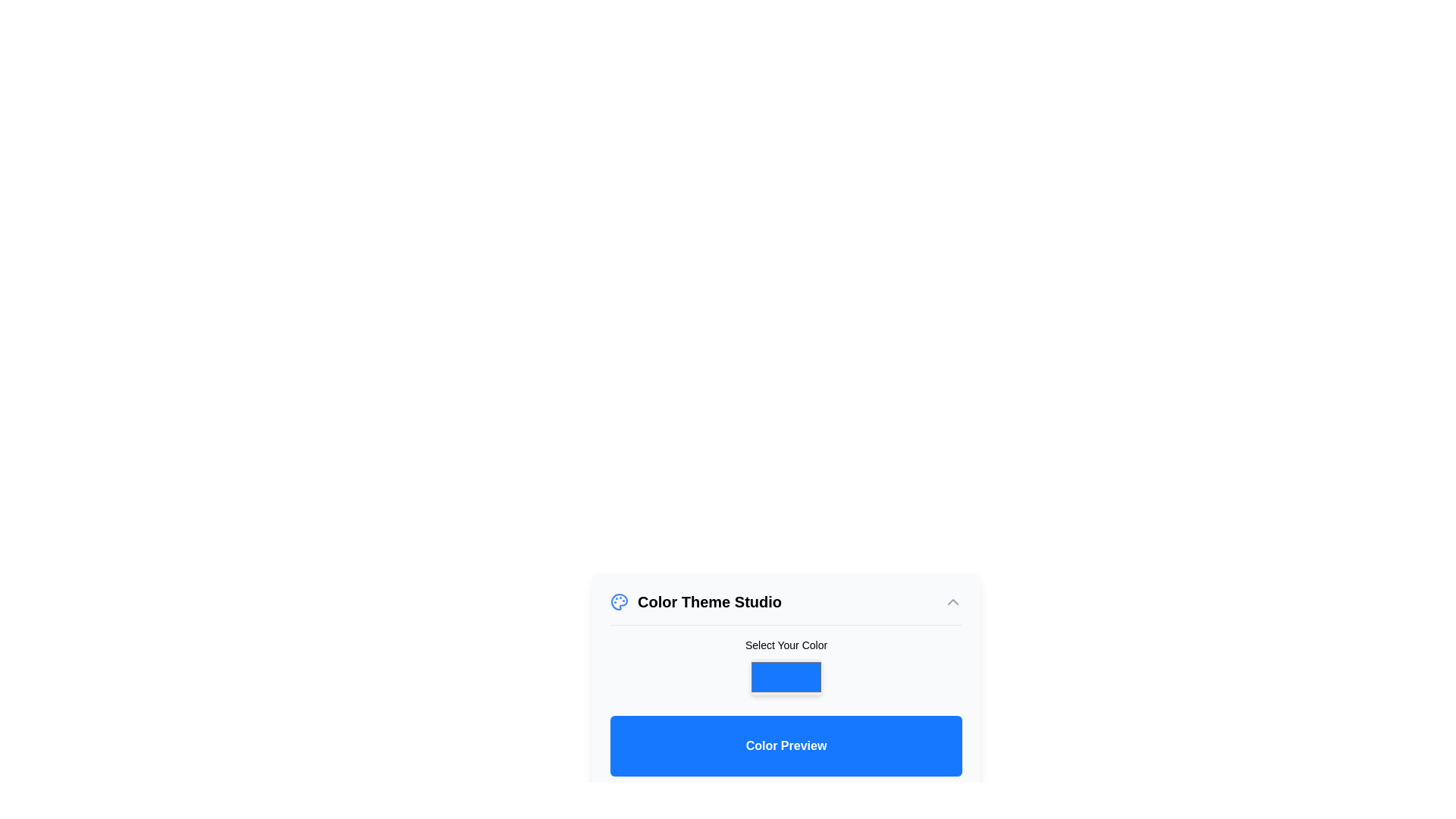  I want to click on the Text Label displaying 'Color Theme Studio', which features a blue palette icon and is positioned to the left of the 'Toggle Panel' icon, so click(695, 601).